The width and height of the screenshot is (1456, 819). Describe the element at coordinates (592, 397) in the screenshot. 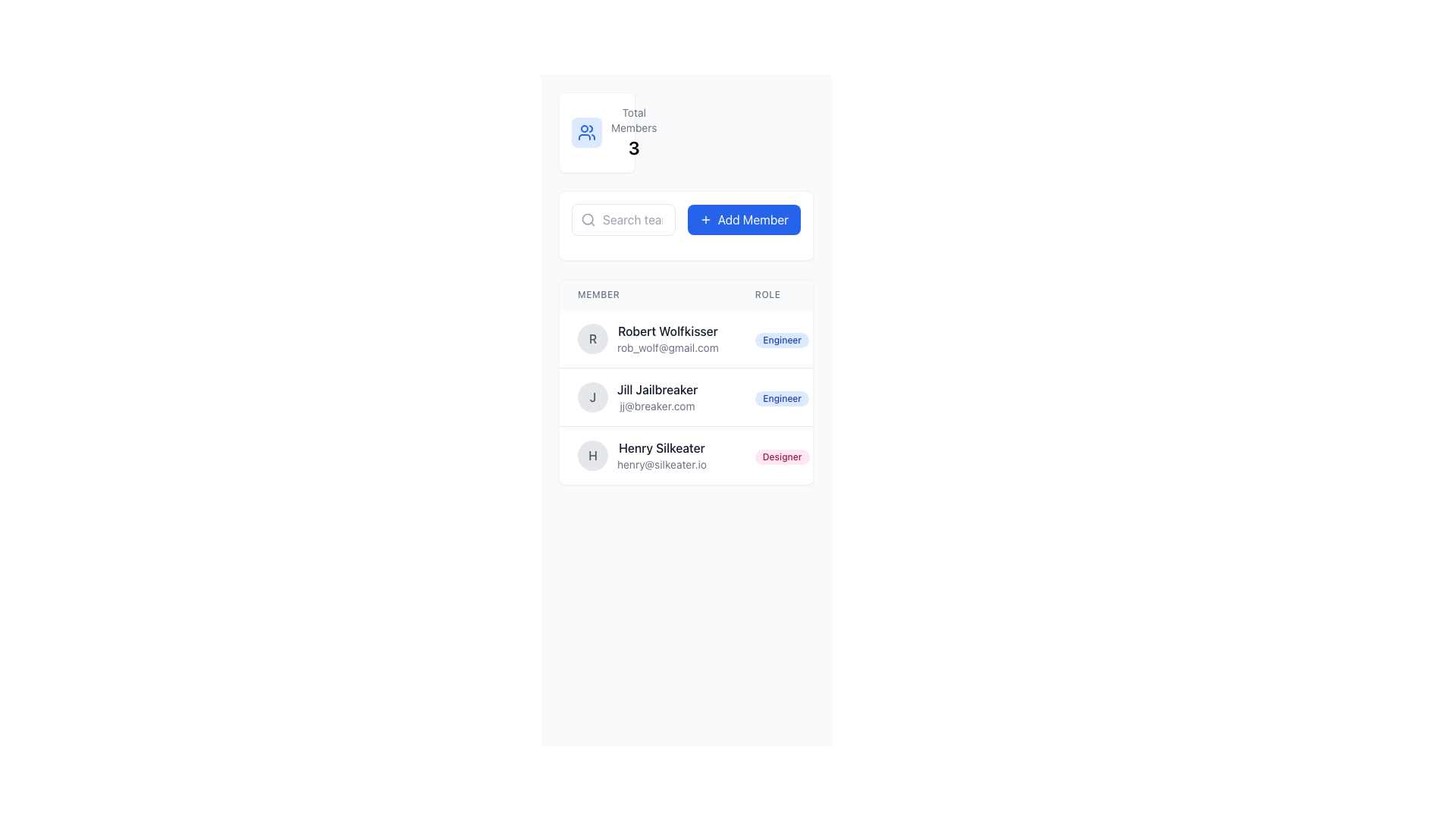

I see `the static text element styled as an initial avatar for the user 'Jill Jailbreaker' located in the second row of the member list` at that location.